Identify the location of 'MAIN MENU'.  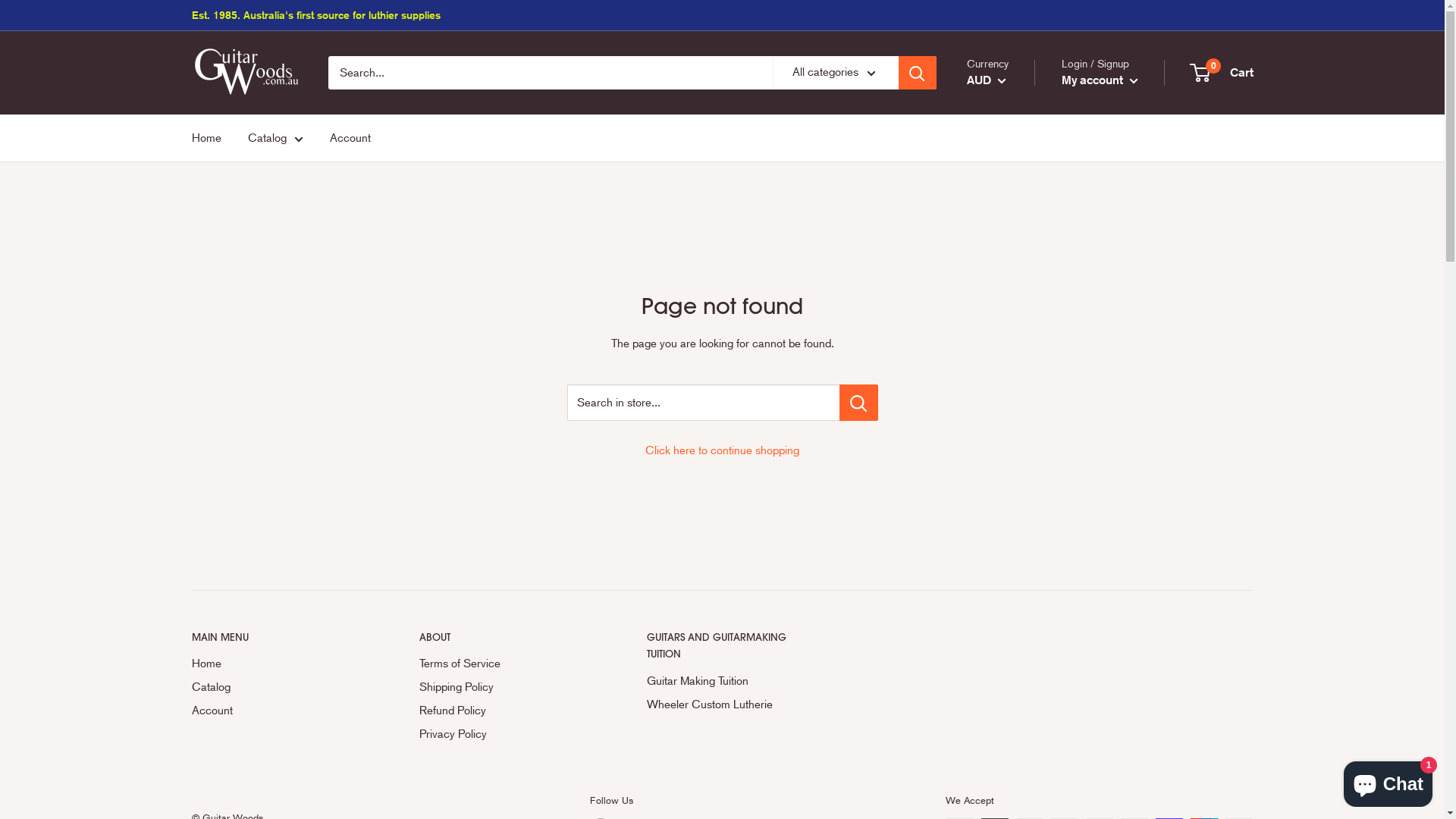
(278, 637).